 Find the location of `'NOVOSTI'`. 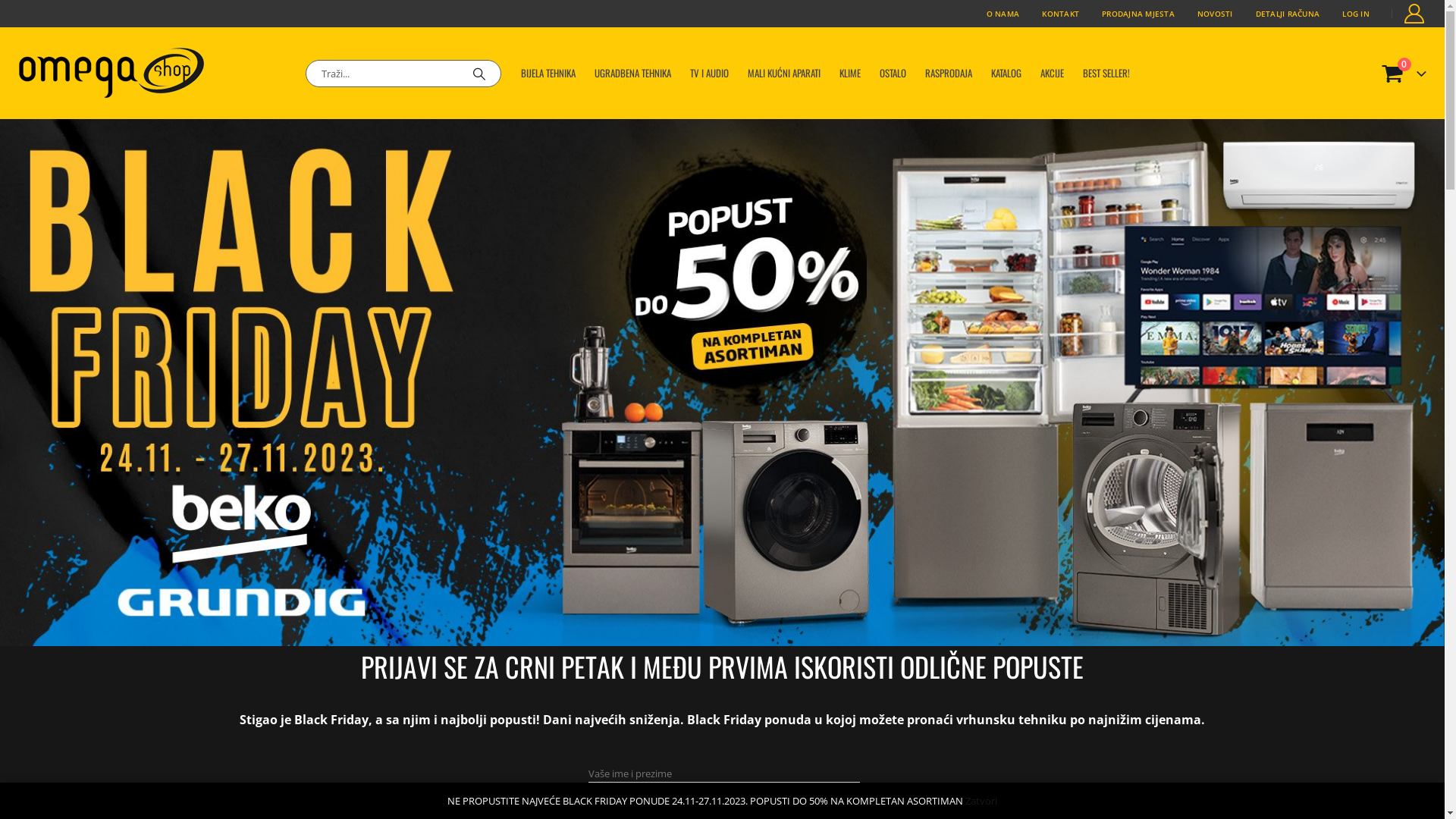

'NOVOSTI' is located at coordinates (1185, 14).